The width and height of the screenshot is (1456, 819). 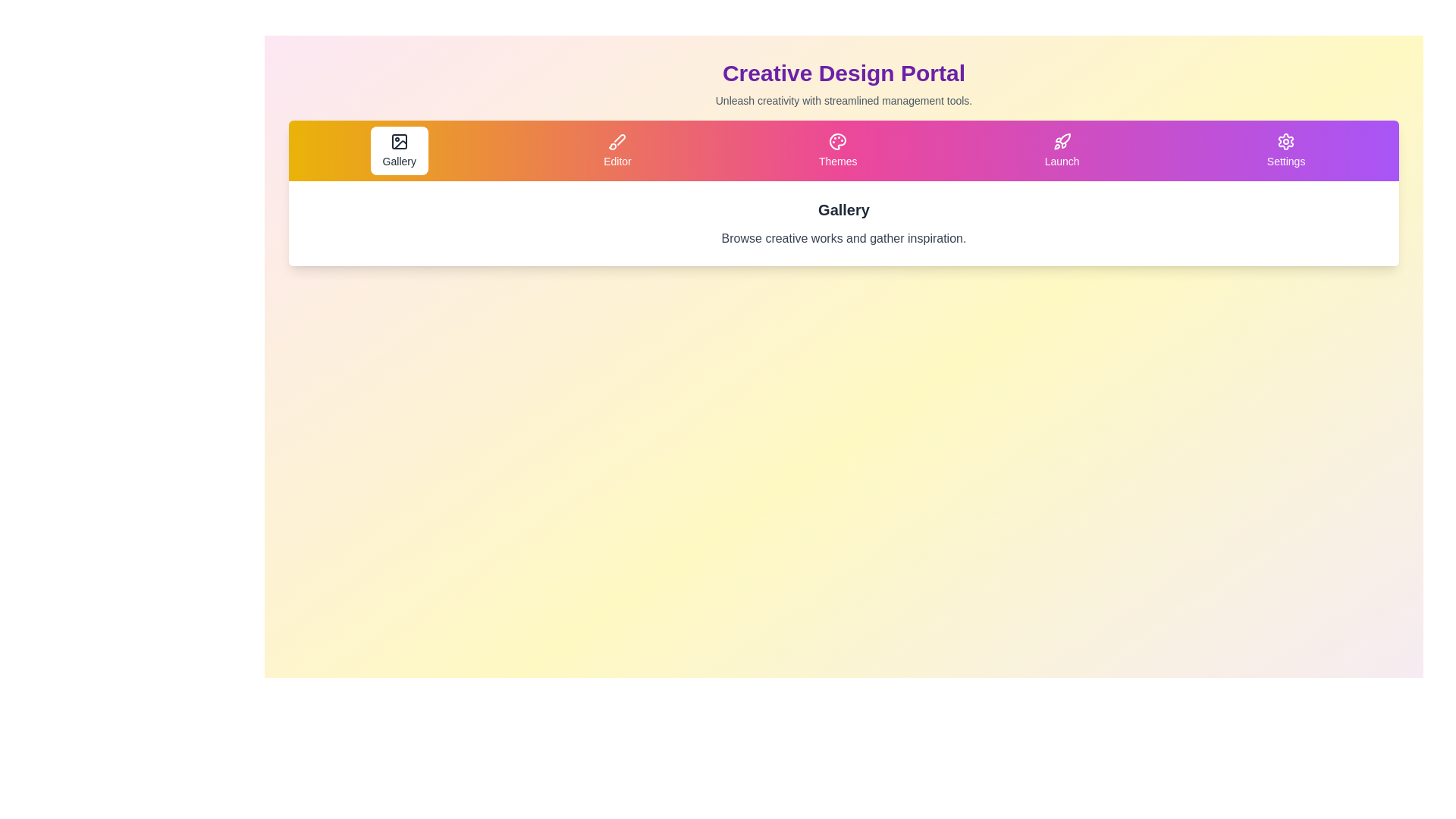 What do you see at coordinates (617, 151) in the screenshot?
I see `the navigational button that activates the editing feature` at bounding box center [617, 151].